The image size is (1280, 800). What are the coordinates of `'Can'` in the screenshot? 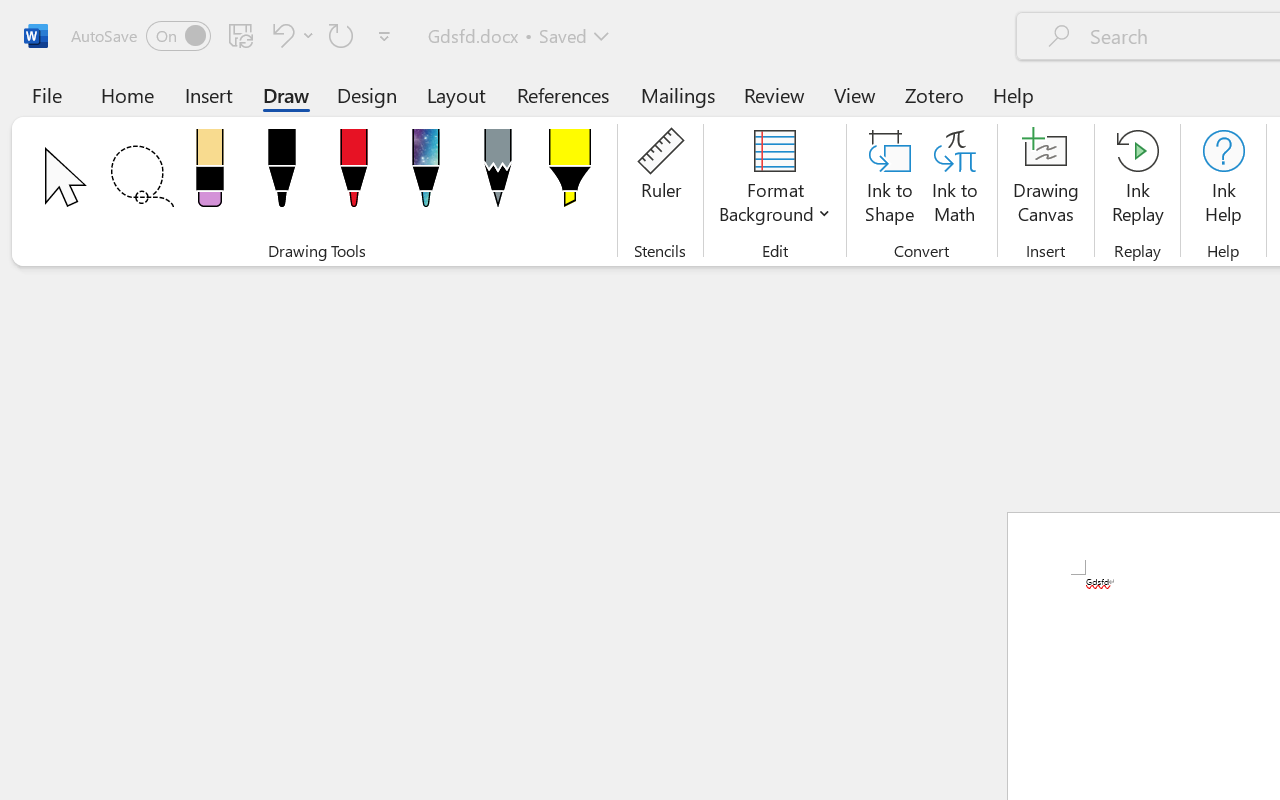 It's located at (341, 34).